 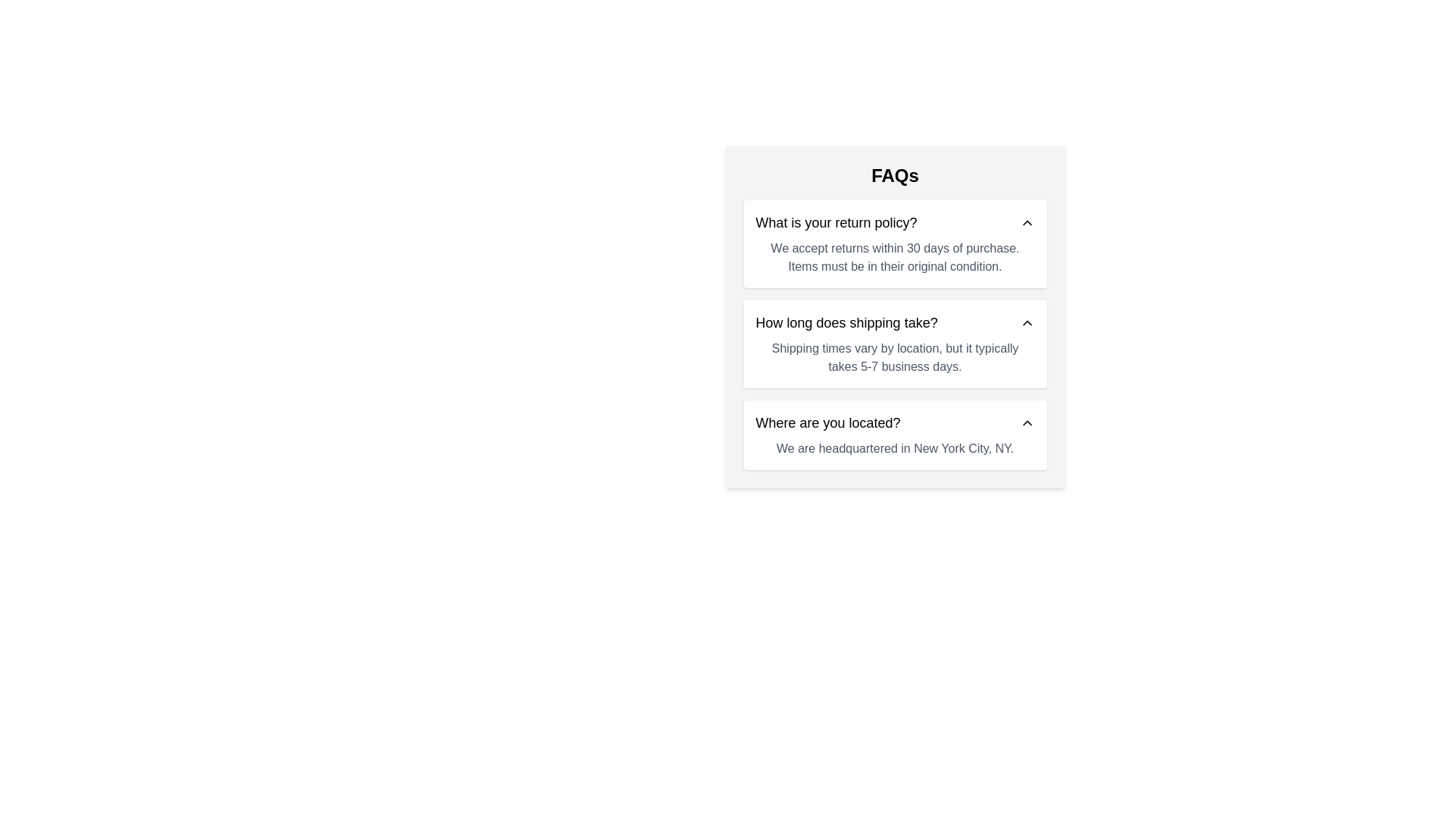 What do you see at coordinates (846, 322) in the screenshot?
I see `the text label displaying the question 'How long does shipping take?' which is positioned as the second question in the FAQ section, located below 'What is your return policy?' and above 'Where are you located?'` at bounding box center [846, 322].